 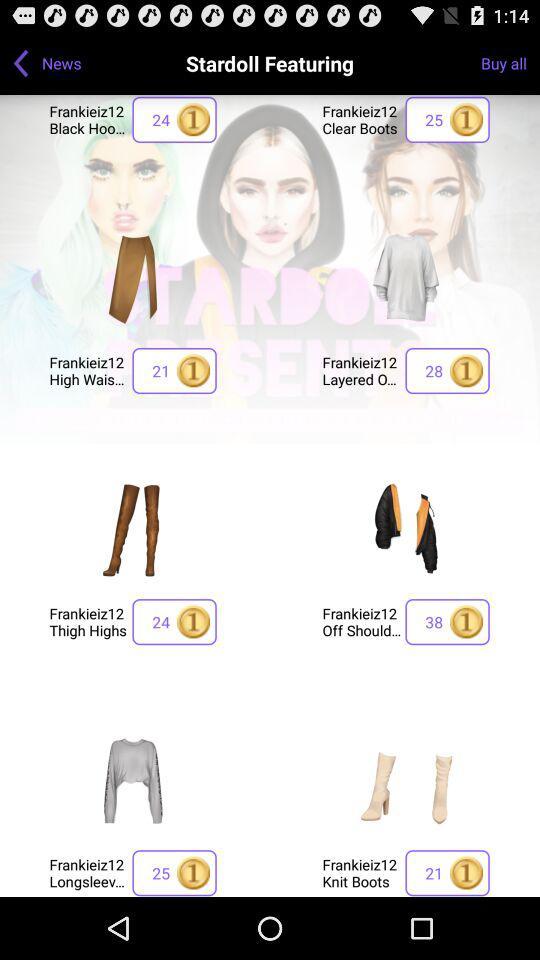 I want to click on app next to the stardoll featuring item, so click(x=510, y=62).